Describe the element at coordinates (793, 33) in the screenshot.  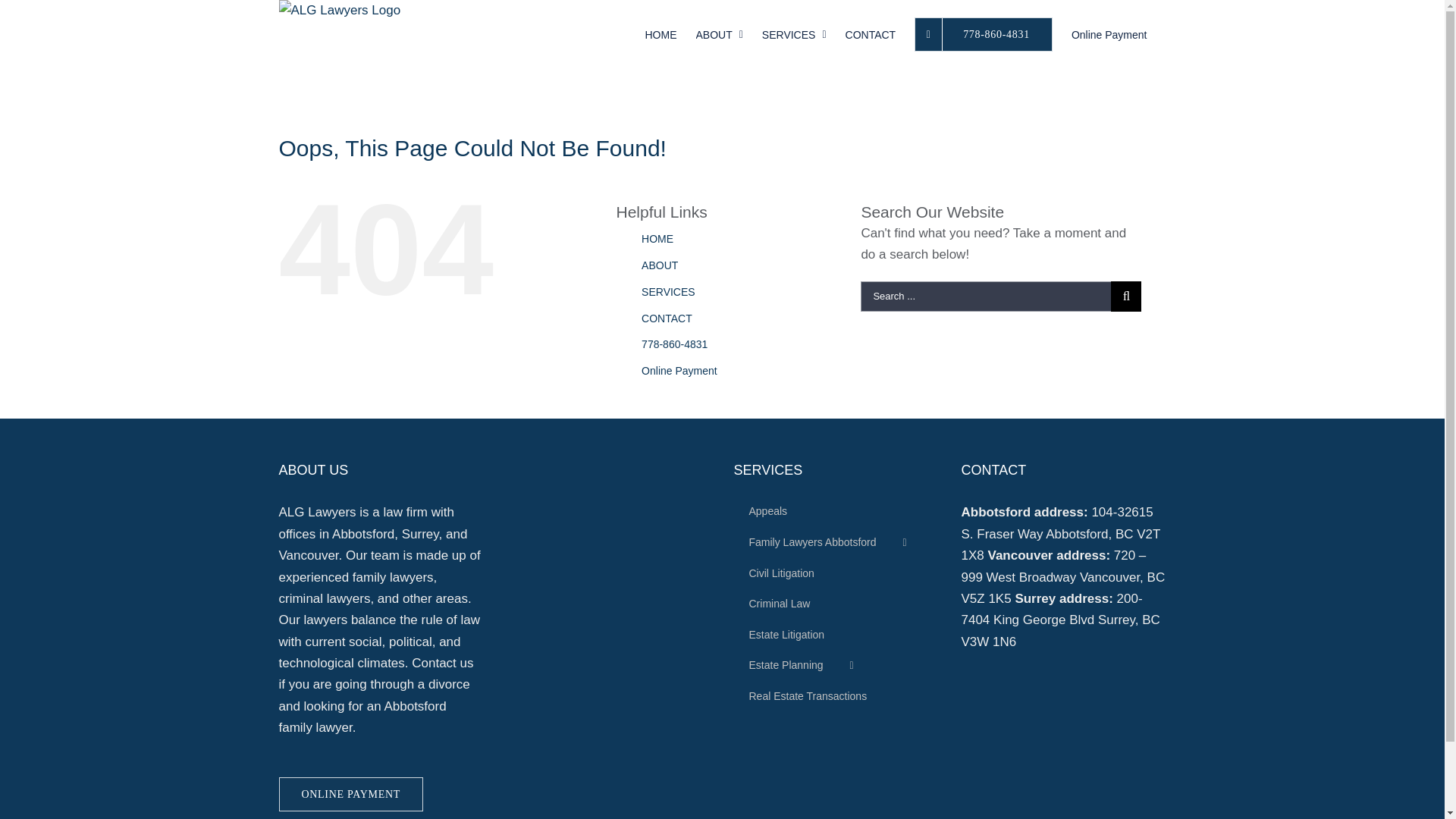
I see `'SERVICES'` at that location.